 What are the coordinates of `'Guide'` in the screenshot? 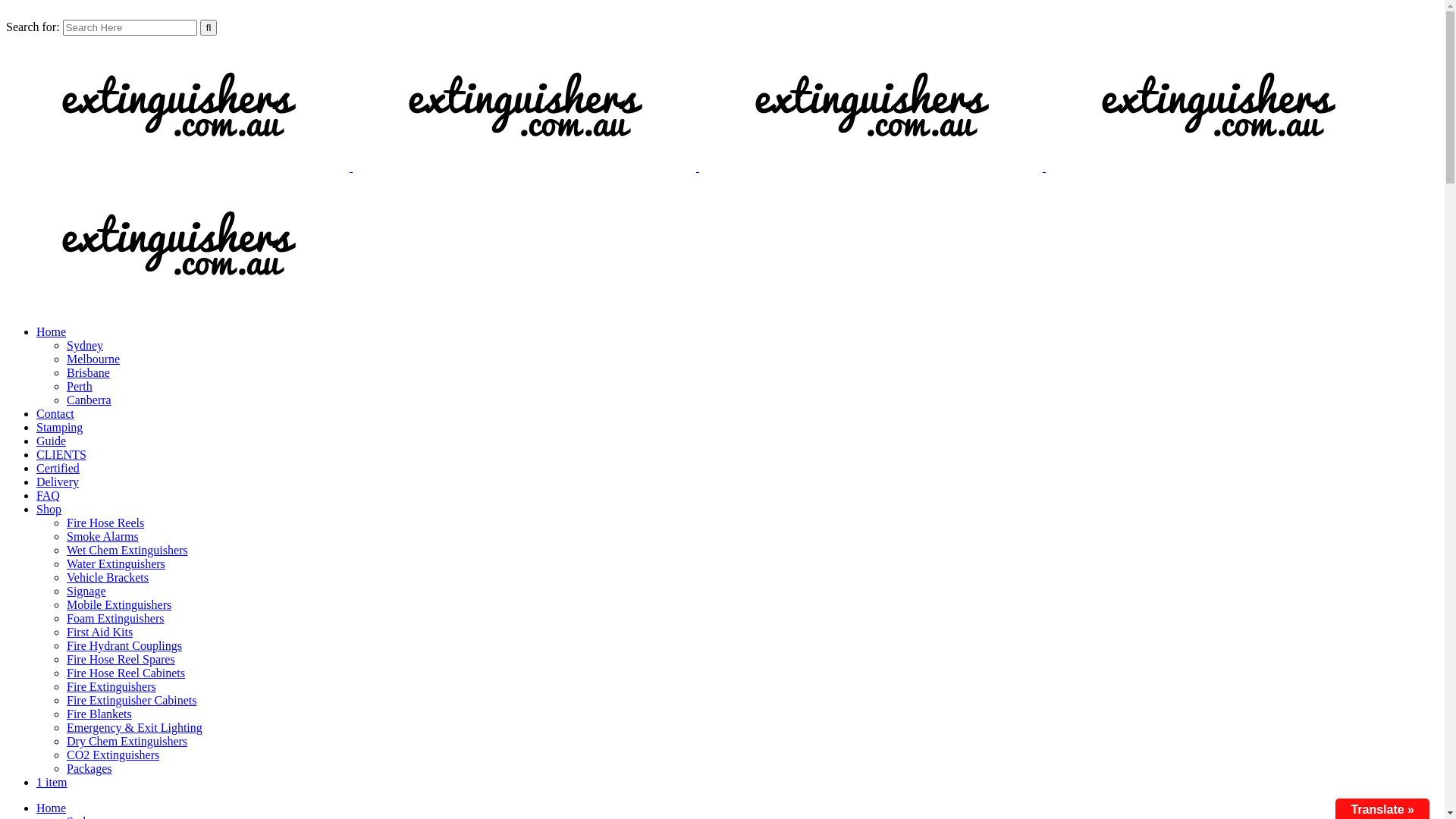 It's located at (51, 441).